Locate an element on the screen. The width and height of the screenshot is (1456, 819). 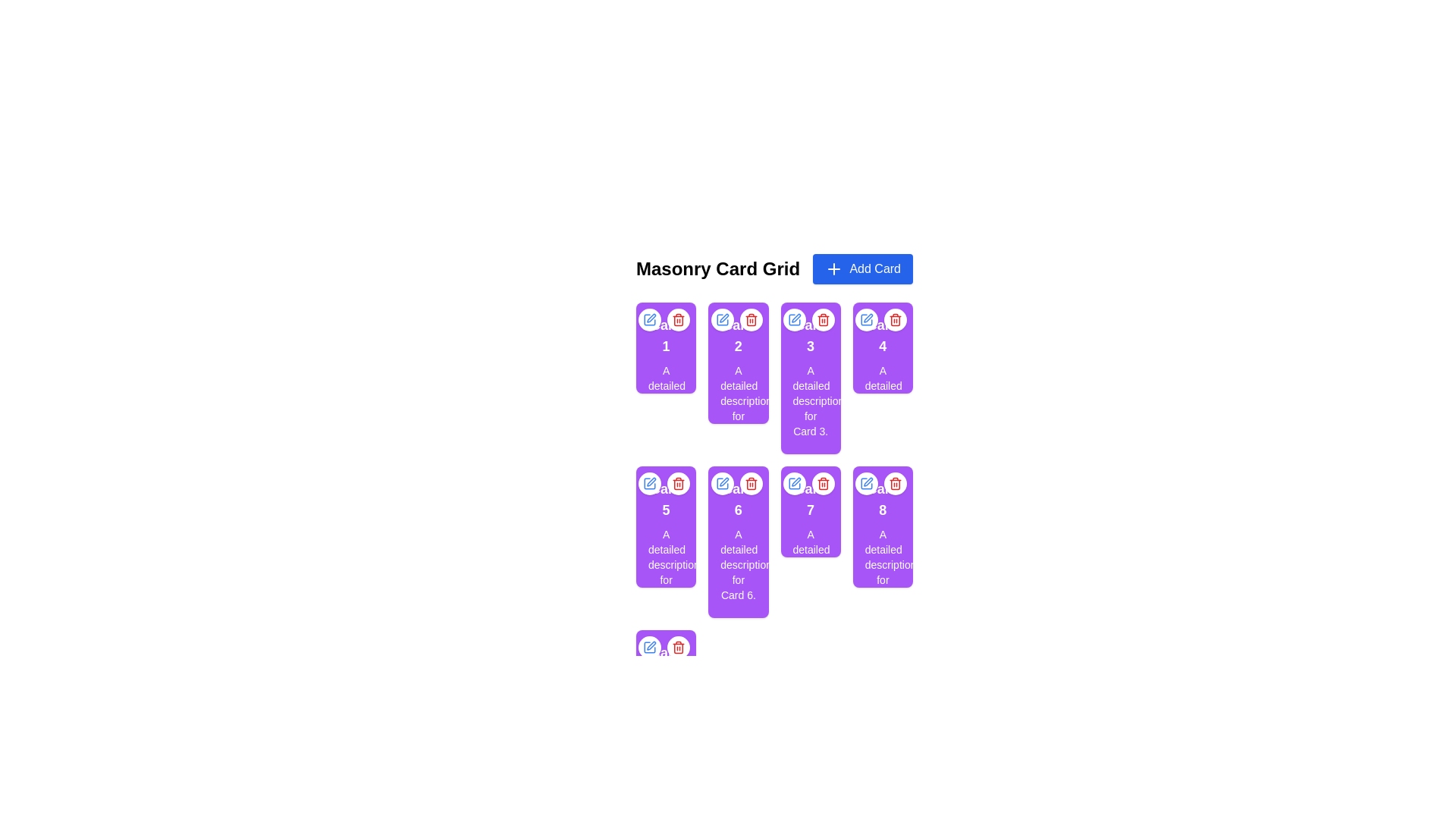
the red trash can icon button located at the top-right corner of the third card in the grid is located at coordinates (822, 318).